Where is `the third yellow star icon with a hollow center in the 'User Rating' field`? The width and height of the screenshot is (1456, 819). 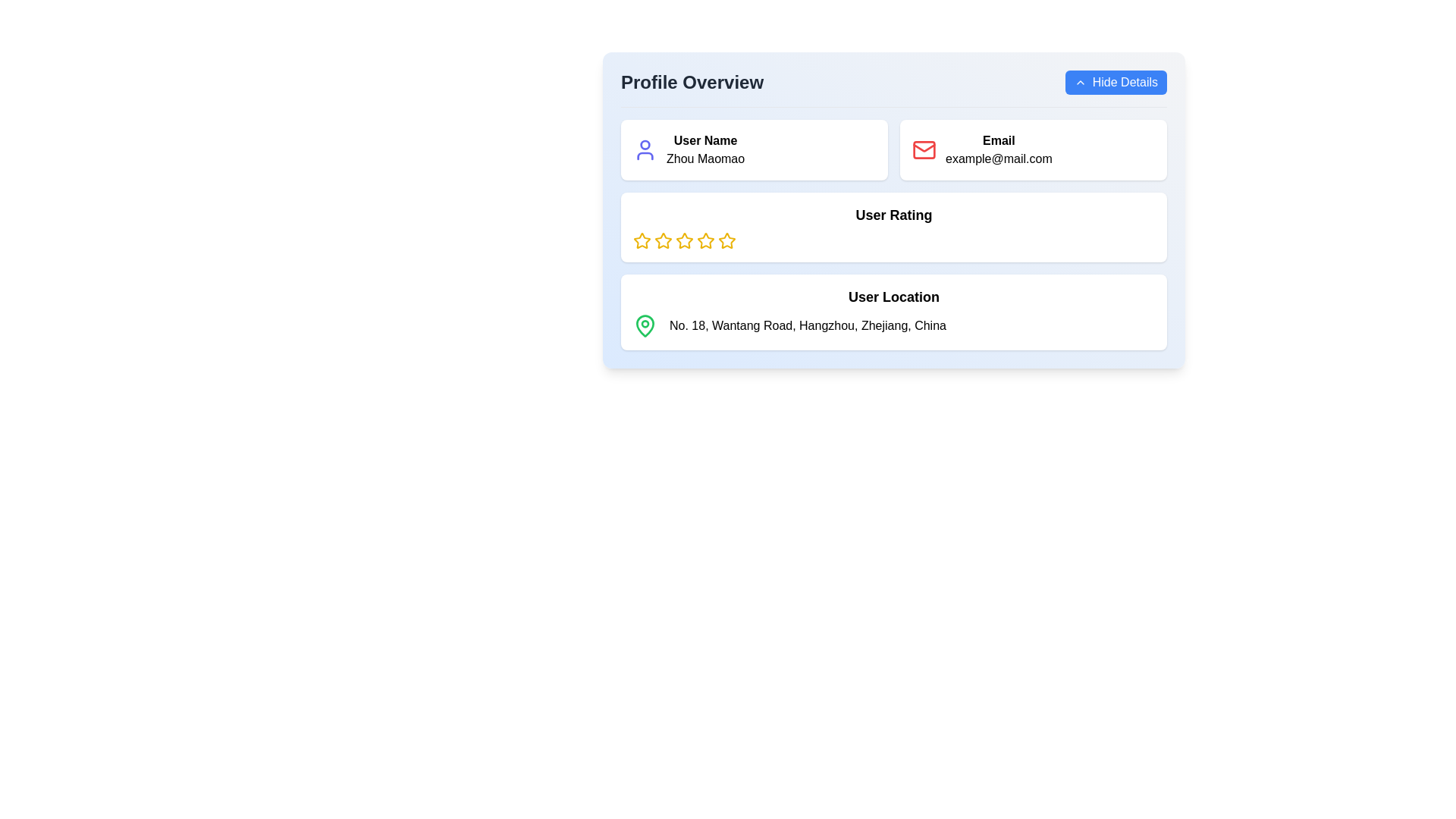
the third yellow star icon with a hollow center in the 'User Rating' field is located at coordinates (663, 240).